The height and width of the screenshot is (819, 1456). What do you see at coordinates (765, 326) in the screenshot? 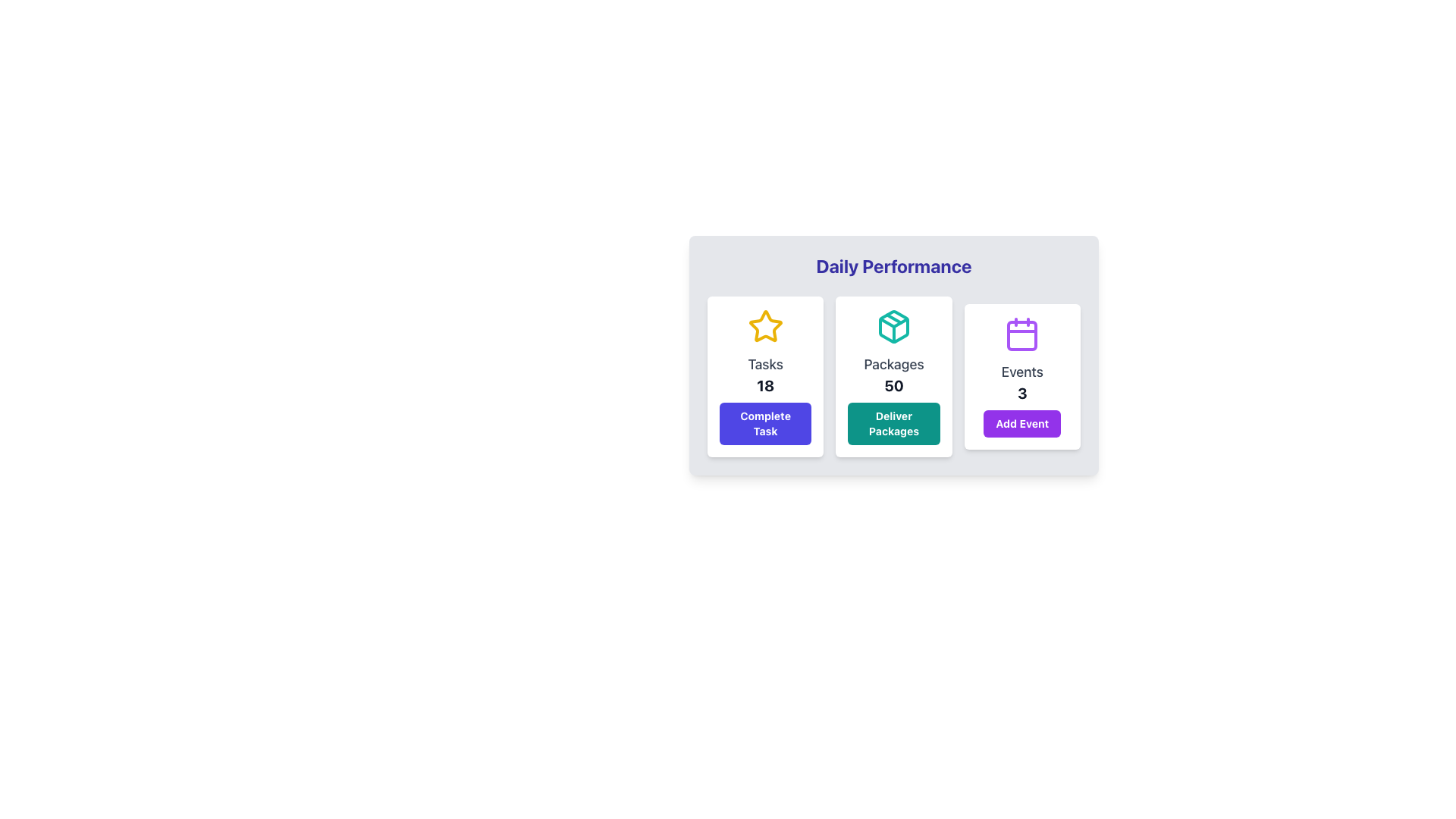
I see `the yellow outlined star icon located at the top of the 'Tasks' performance overview card` at bounding box center [765, 326].